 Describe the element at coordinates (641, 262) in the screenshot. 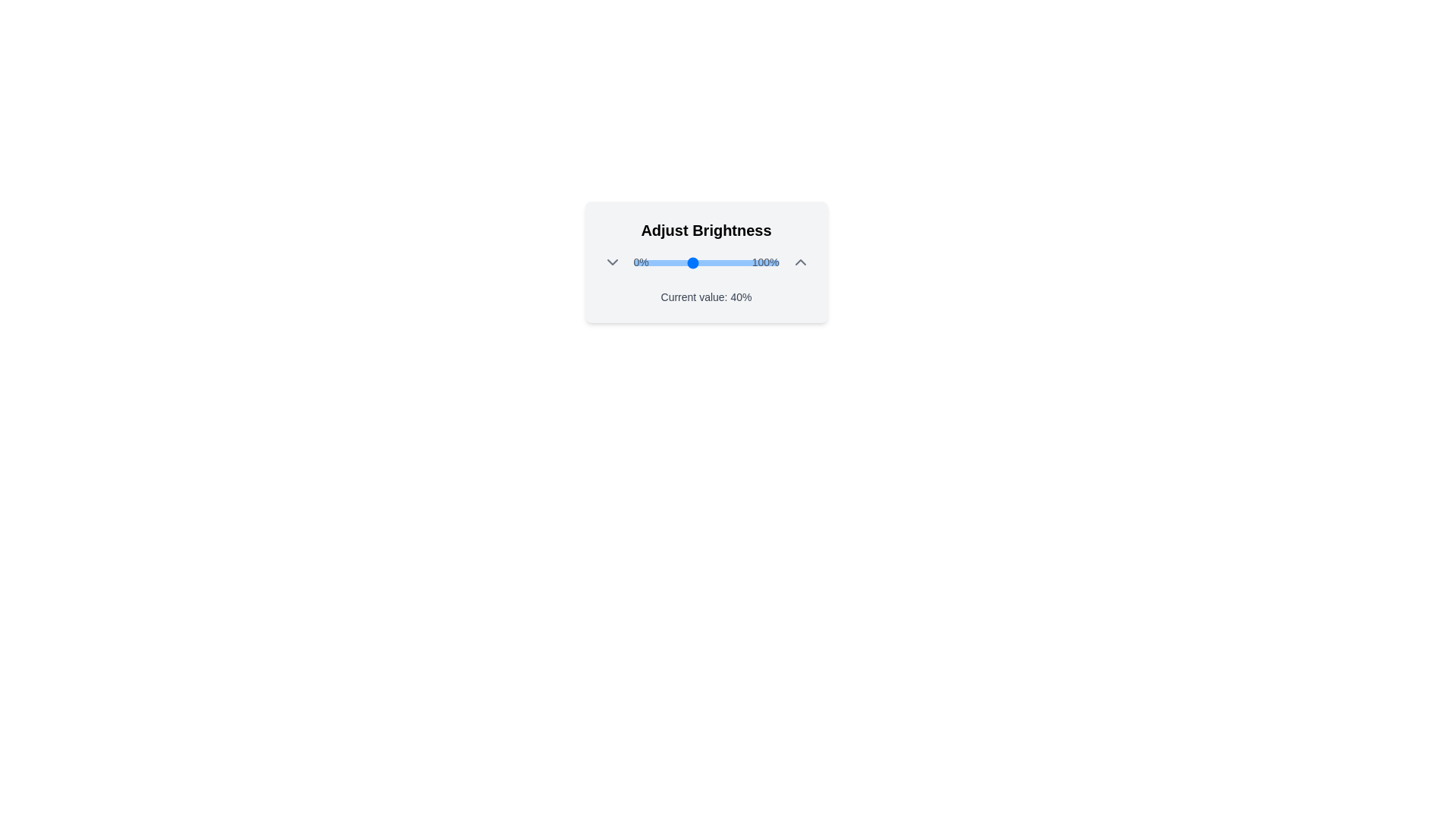

I see `the Static Text that displays the current value of the slider at its minimal setting, located above the text 'Current value: 40%' and below the title 'Adjust Brightness'` at that location.